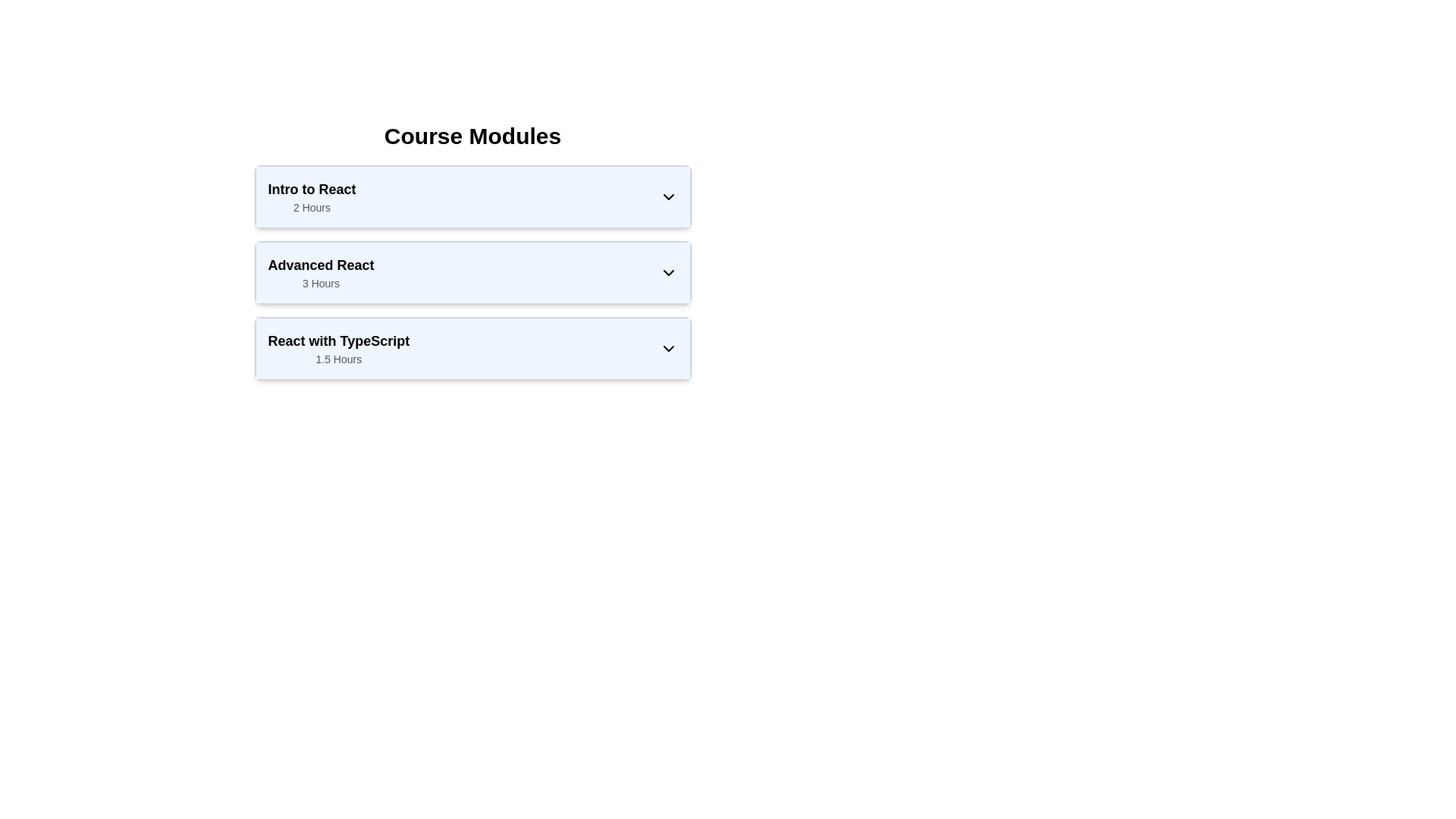 The image size is (1456, 819). I want to click on the third course module entry in the list, which summarizes its title and duration, located below the 'Advanced React' module, so click(472, 348).